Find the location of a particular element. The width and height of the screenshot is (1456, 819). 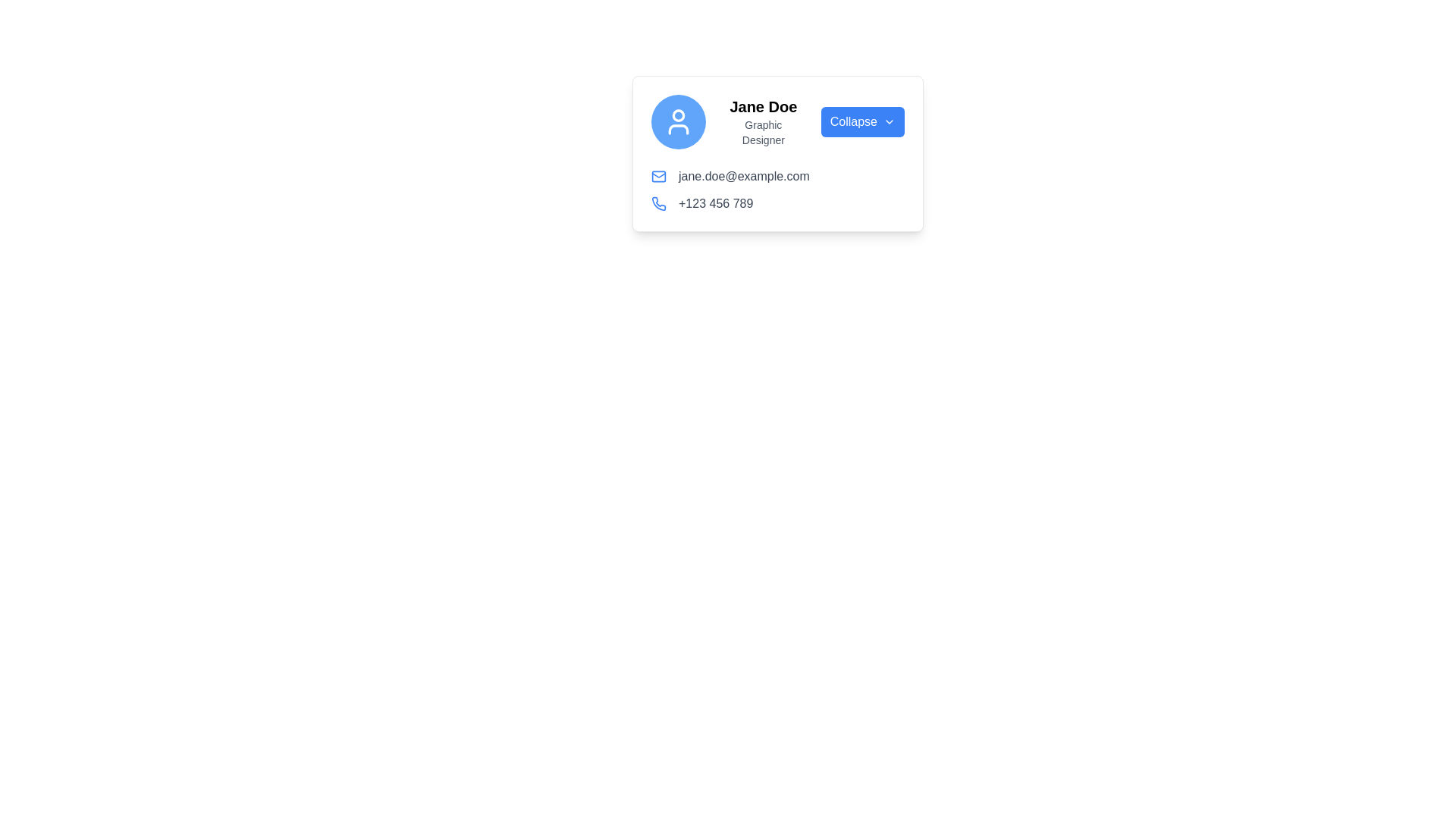

the icon that represents the phone number located to the left of the phone number '+123 456 789' in the contact details section of the user profile card is located at coordinates (658, 203).